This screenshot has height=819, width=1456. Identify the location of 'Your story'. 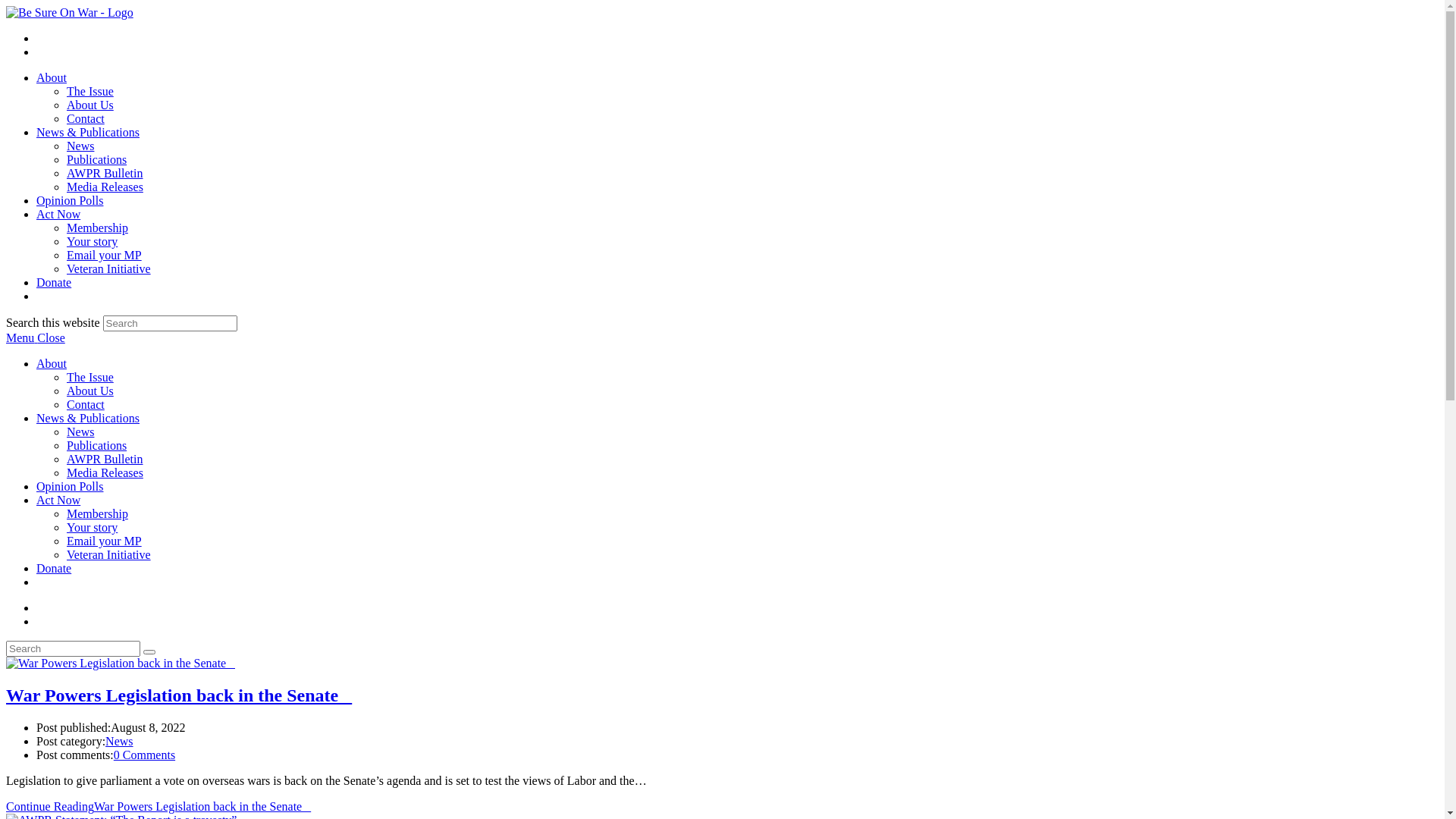
(91, 240).